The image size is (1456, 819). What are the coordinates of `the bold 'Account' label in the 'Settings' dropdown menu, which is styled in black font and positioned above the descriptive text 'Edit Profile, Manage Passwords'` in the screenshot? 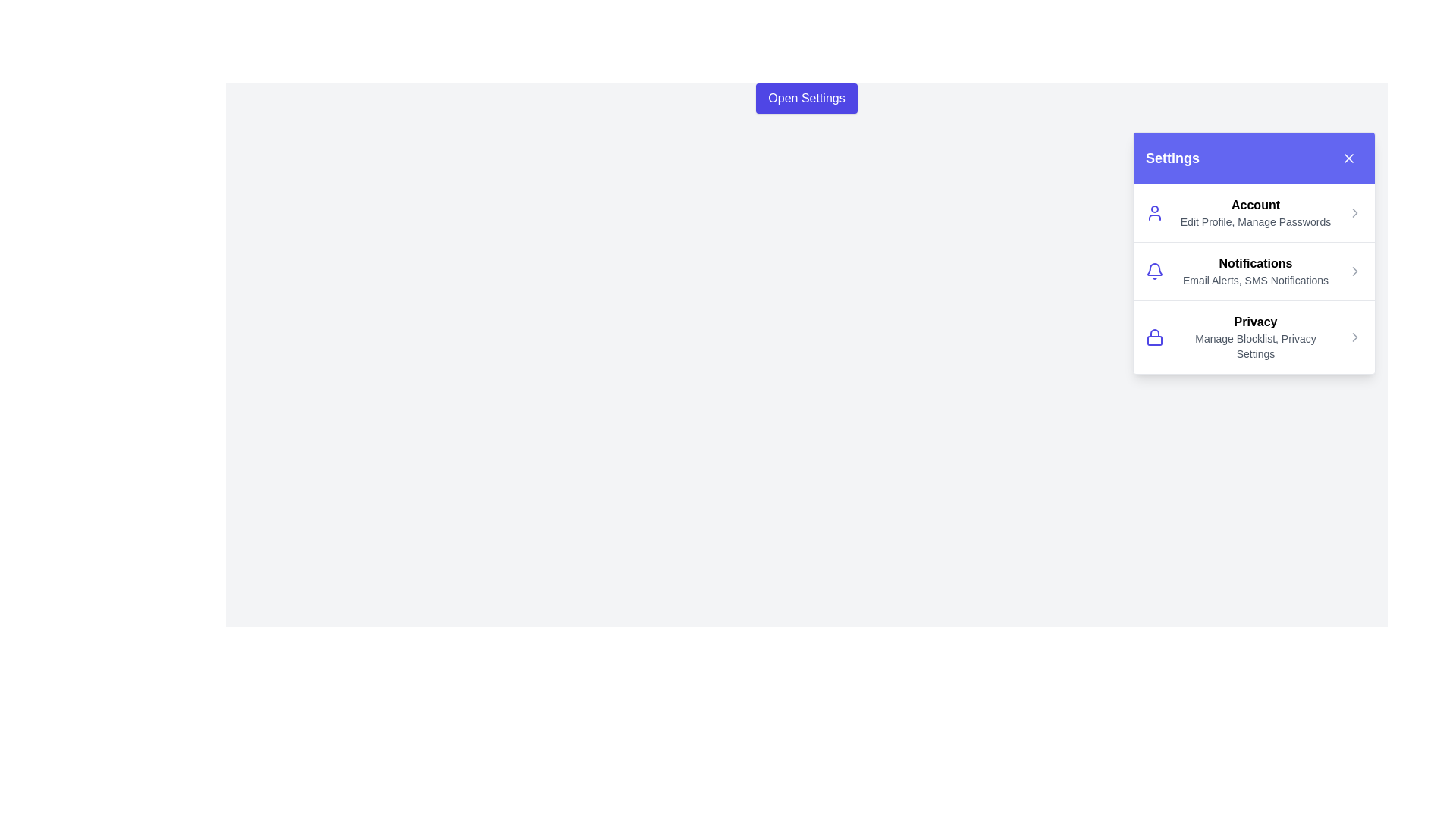 It's located at (1256, 205).